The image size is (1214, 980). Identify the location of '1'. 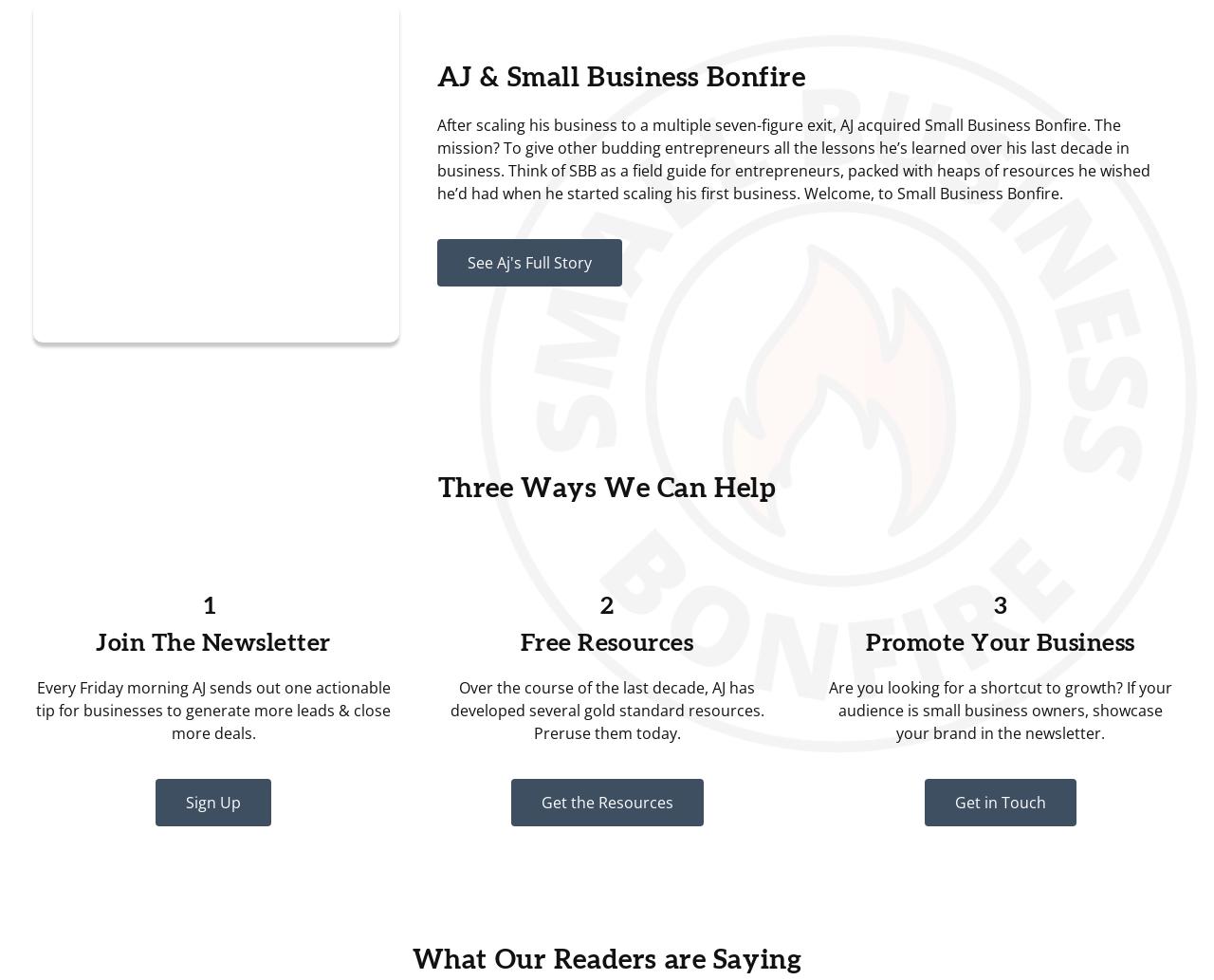
(212, 605).